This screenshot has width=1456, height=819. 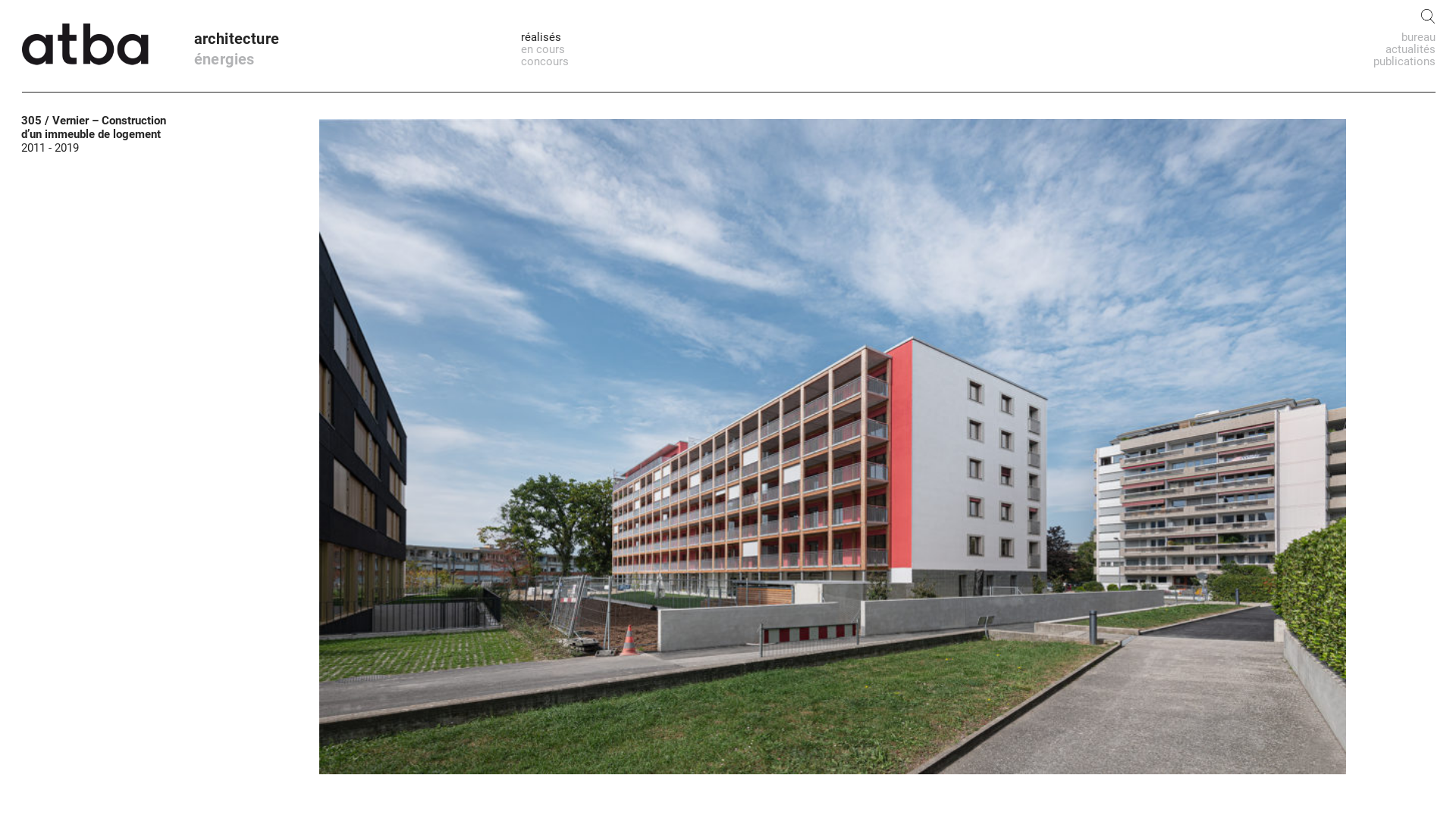 What do you see at coordinates (1401, 36) in the screenshot?
I see `'bureau'` at bounding box center [1401, 36].